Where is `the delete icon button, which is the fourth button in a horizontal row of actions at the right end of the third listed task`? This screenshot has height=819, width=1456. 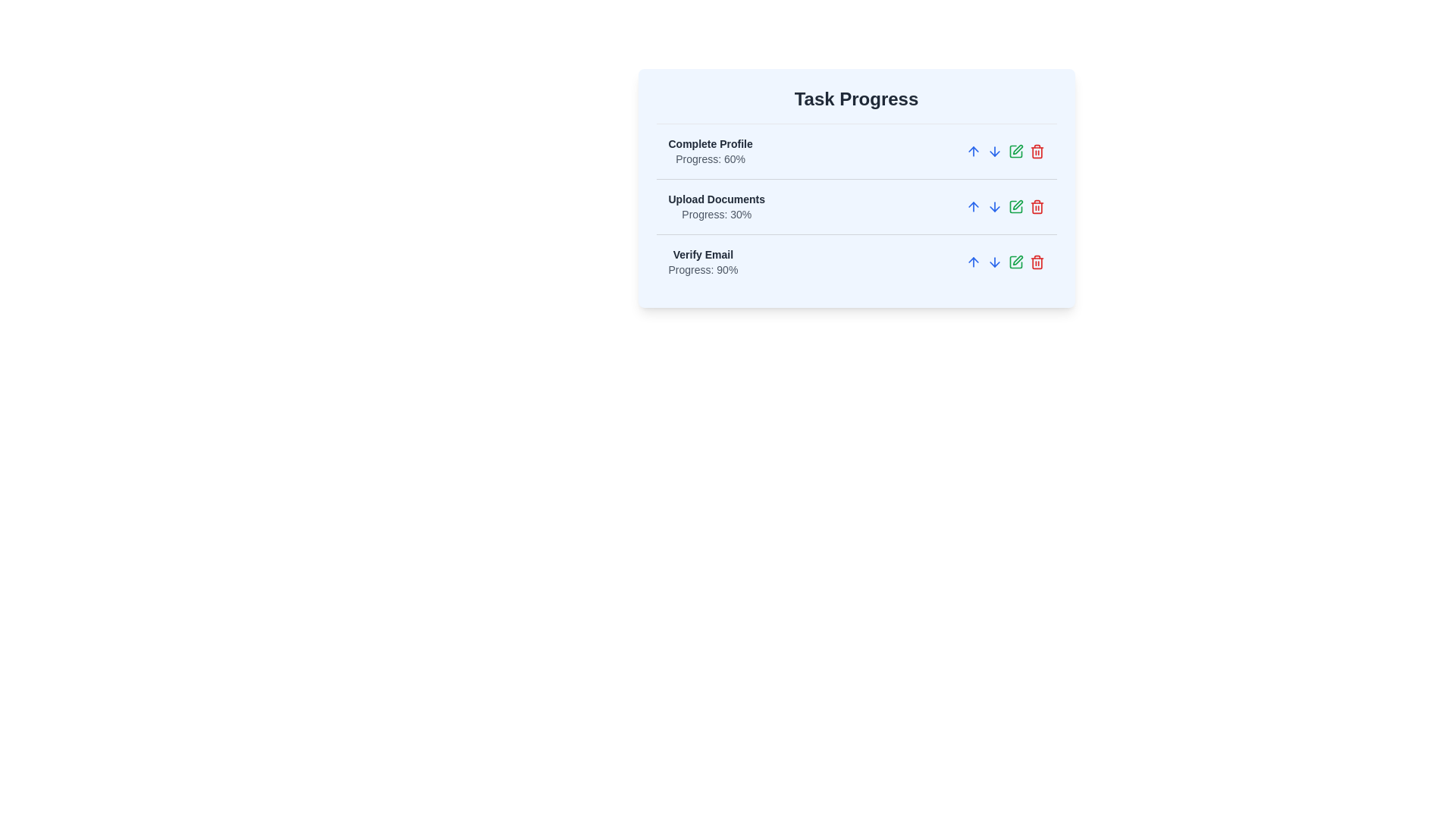 the delete icon button, which is the fourth button in a horizontal row of actions at the right end of the third listed task is located at coordinates (1036, 262).